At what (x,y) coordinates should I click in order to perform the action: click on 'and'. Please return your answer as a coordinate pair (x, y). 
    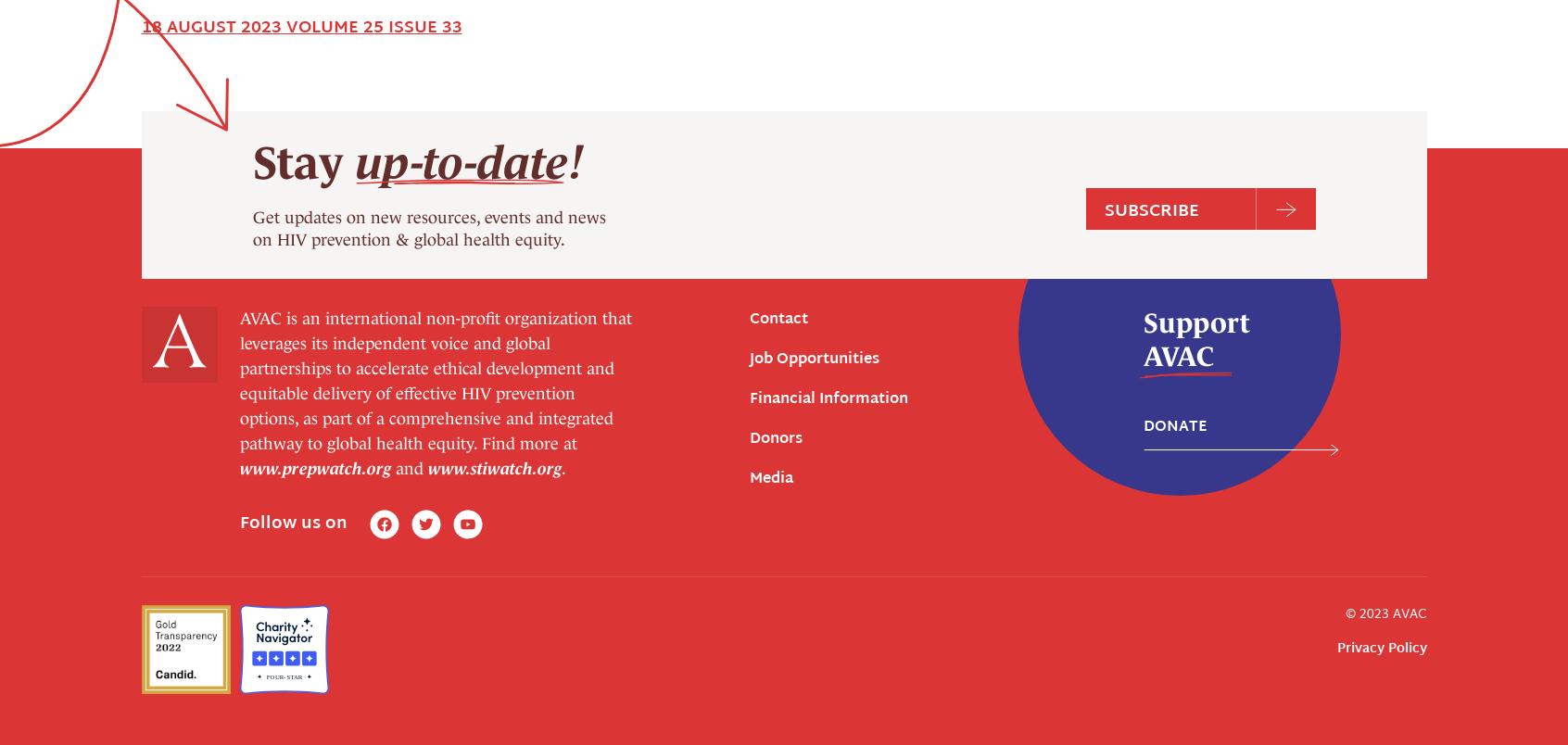
    Looking at the image, I should click on (389, 133).